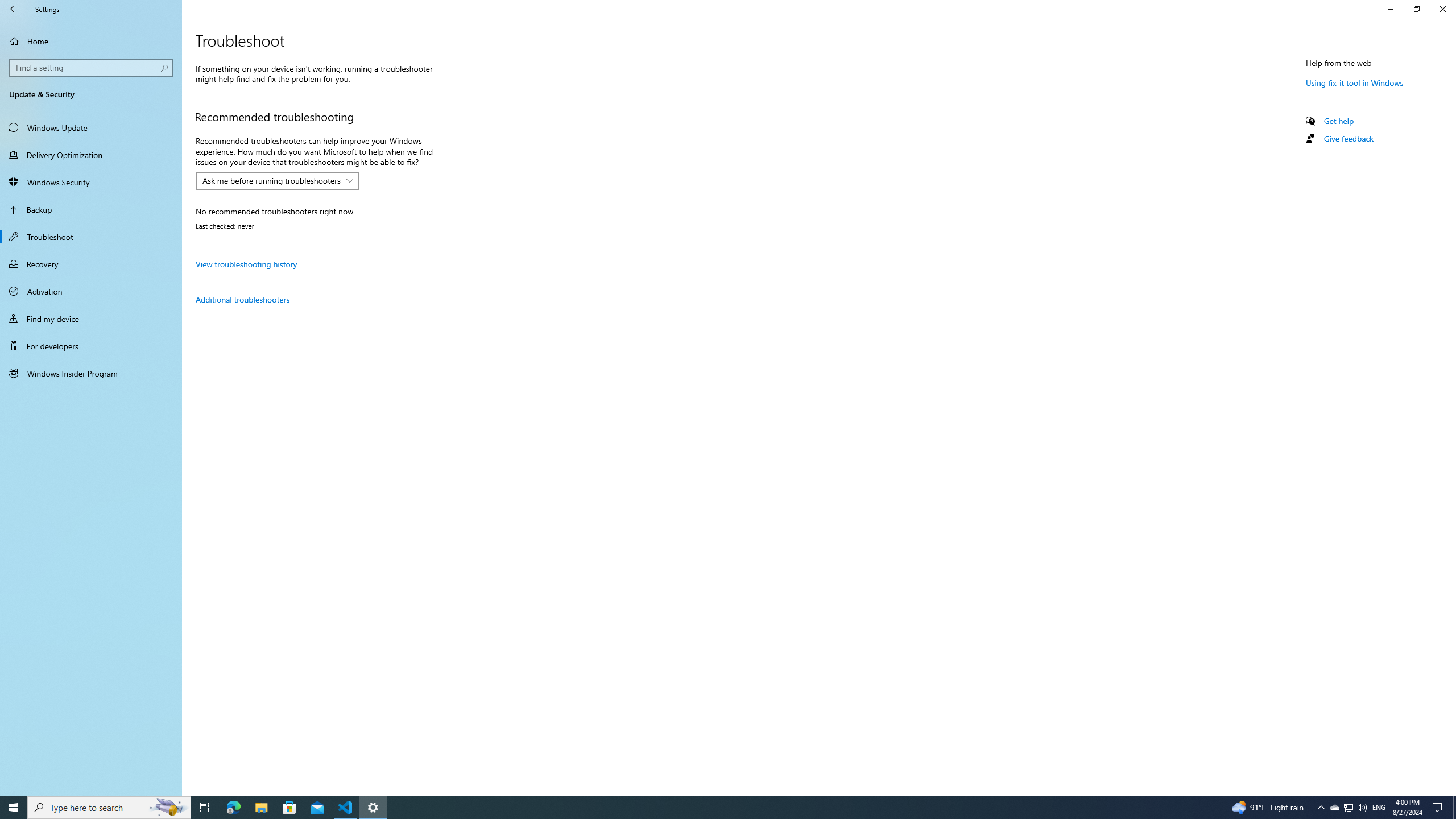 This screenshot has width=1456, height=819. What do you see at coordinates (1347, 138) in the screenshot?
I see `'Give feedback'` at bounding box center [1347, 138].